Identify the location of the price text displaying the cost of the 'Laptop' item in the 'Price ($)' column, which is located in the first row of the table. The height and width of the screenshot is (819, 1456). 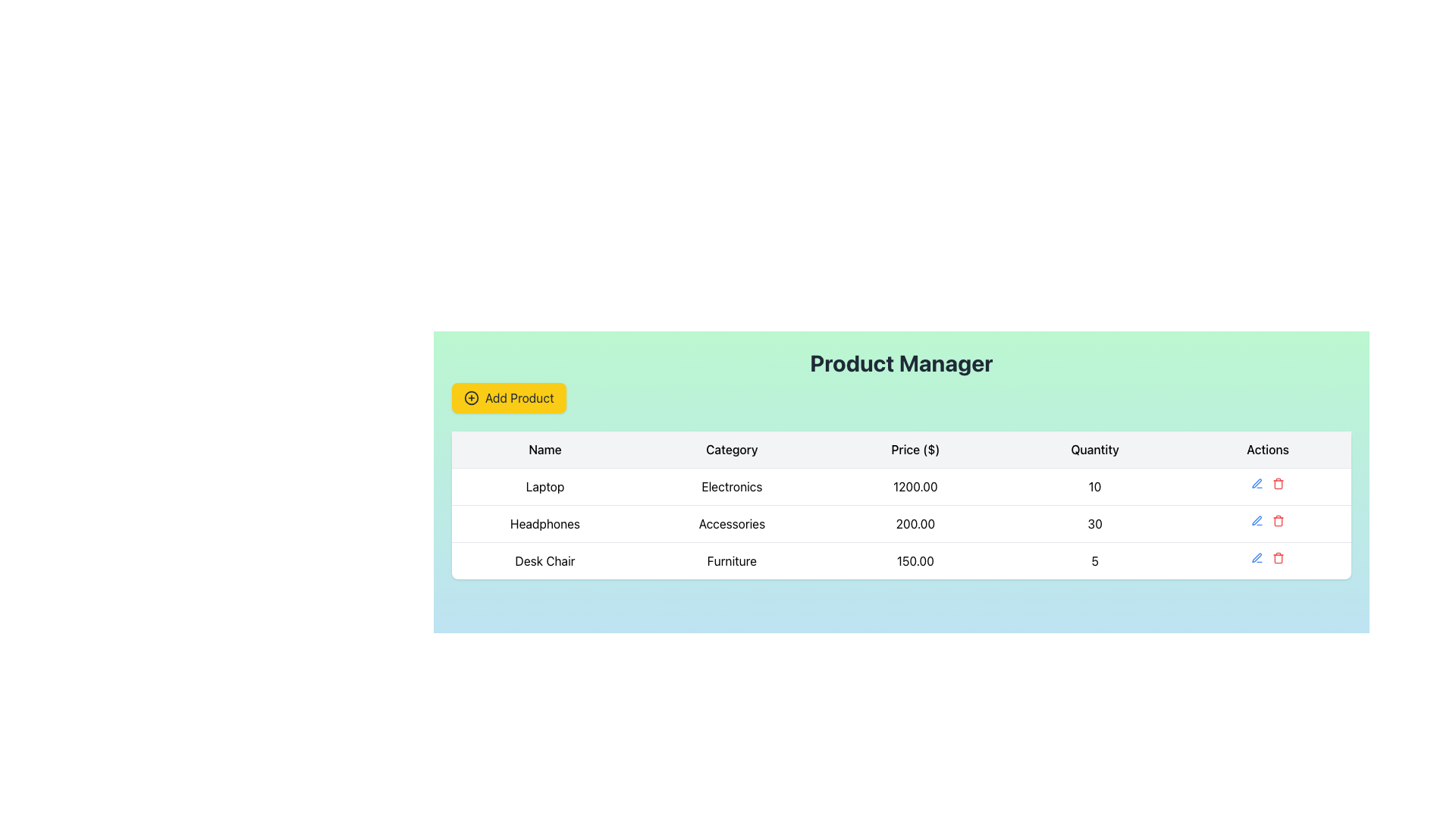
(915, 486).